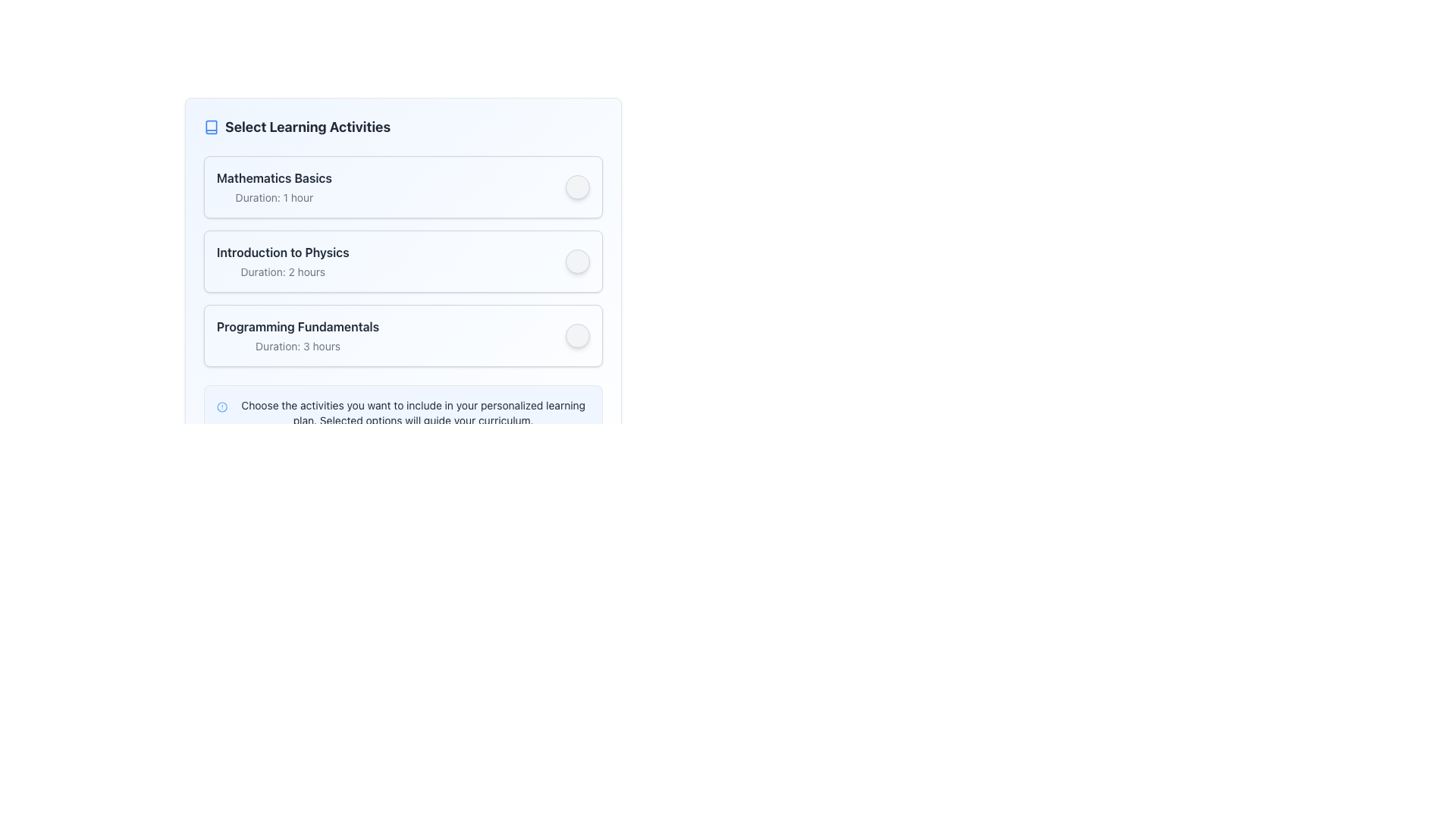  I want to click on the text label displaying 'Programming Fundamentals', which is bold and dark gray, located above 'Duration: 3 hours' in the third list item of the learning modules, so click(298, 326).